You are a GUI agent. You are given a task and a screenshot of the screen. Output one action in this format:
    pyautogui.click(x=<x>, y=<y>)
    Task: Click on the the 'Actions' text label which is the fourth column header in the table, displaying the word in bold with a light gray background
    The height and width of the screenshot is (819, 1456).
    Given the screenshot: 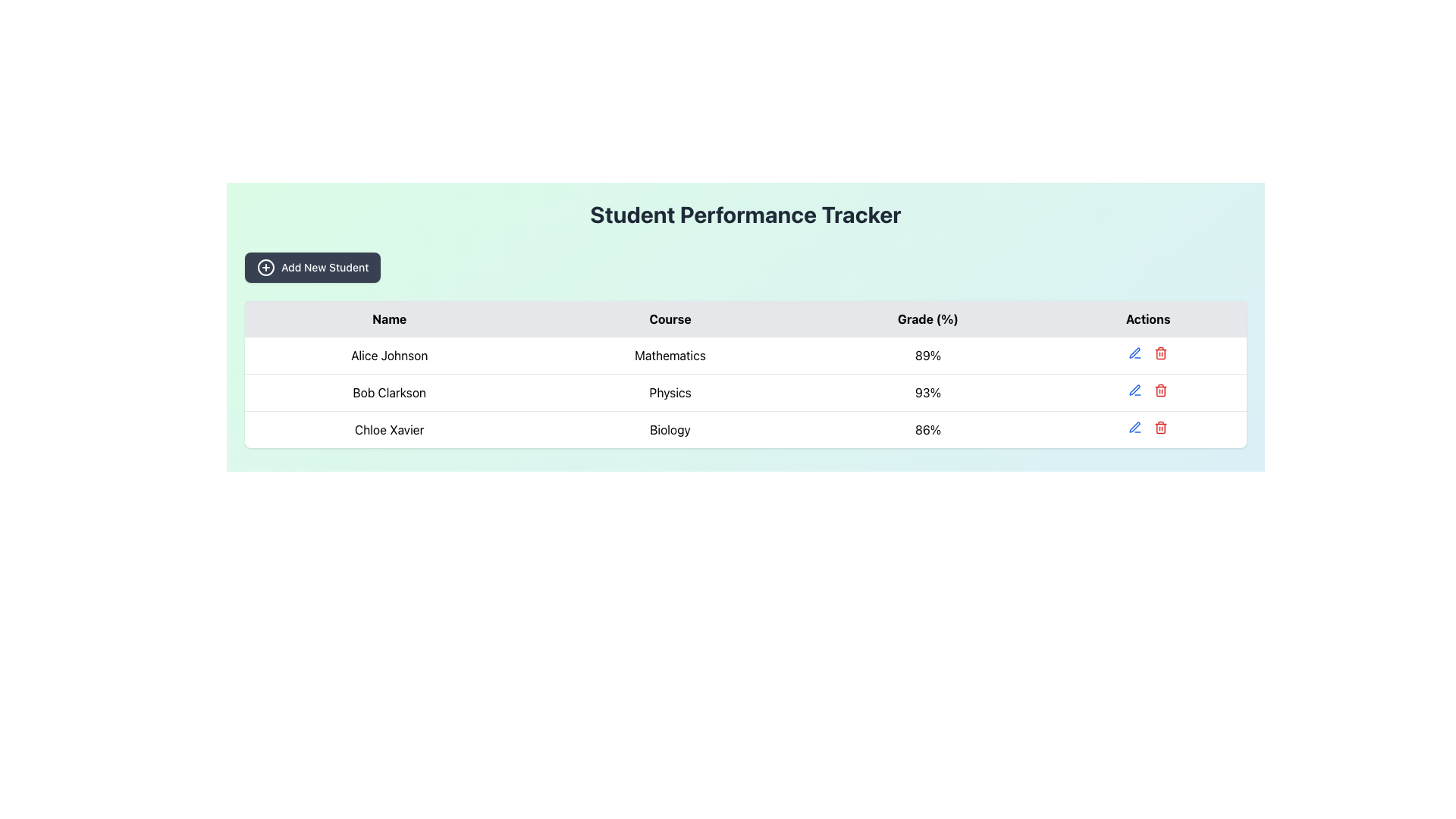 What is the action you would take?
    pyautogui.click(x=1148, y=318)
    